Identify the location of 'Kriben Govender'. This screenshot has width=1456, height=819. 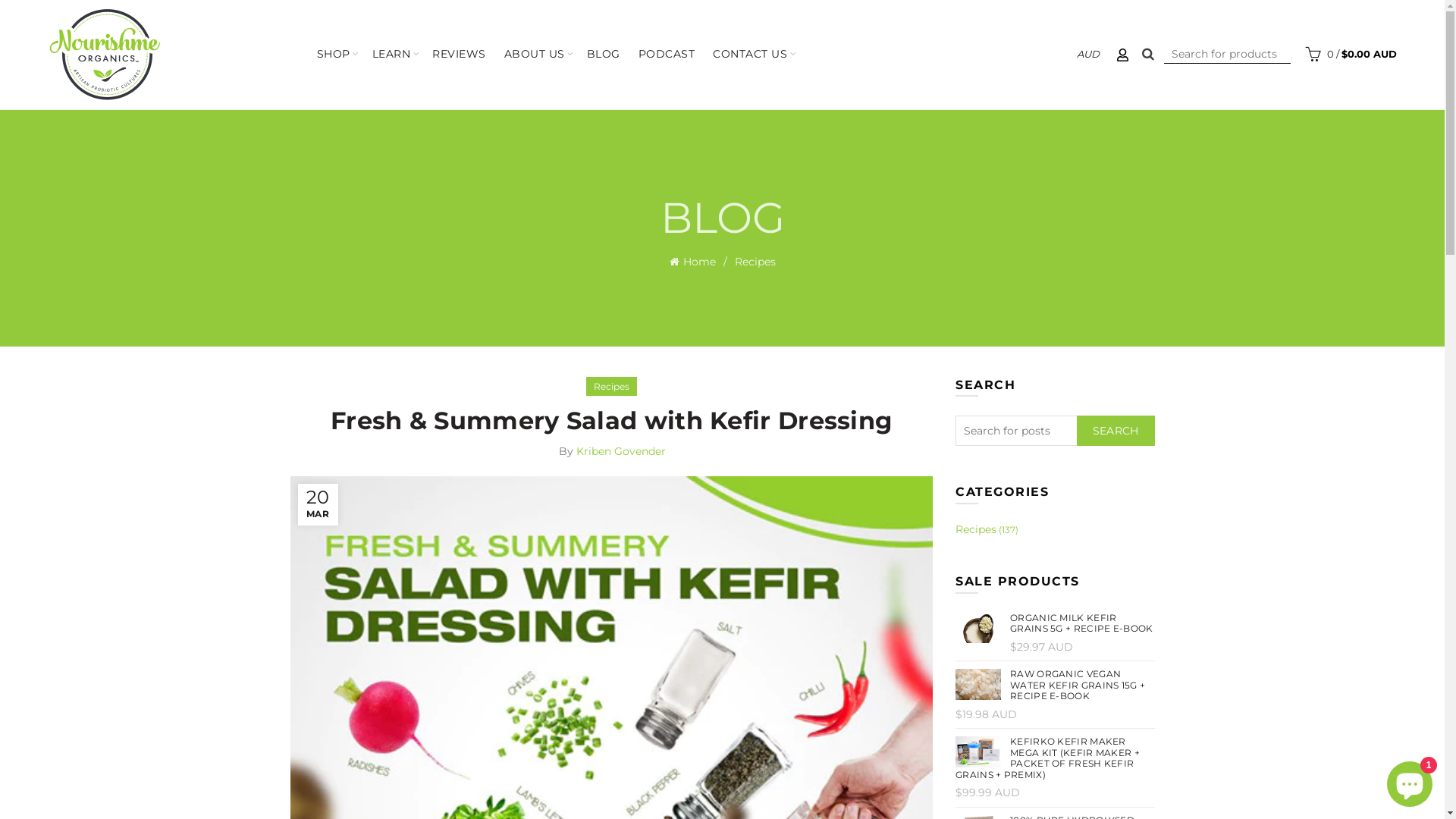
(621, 450).